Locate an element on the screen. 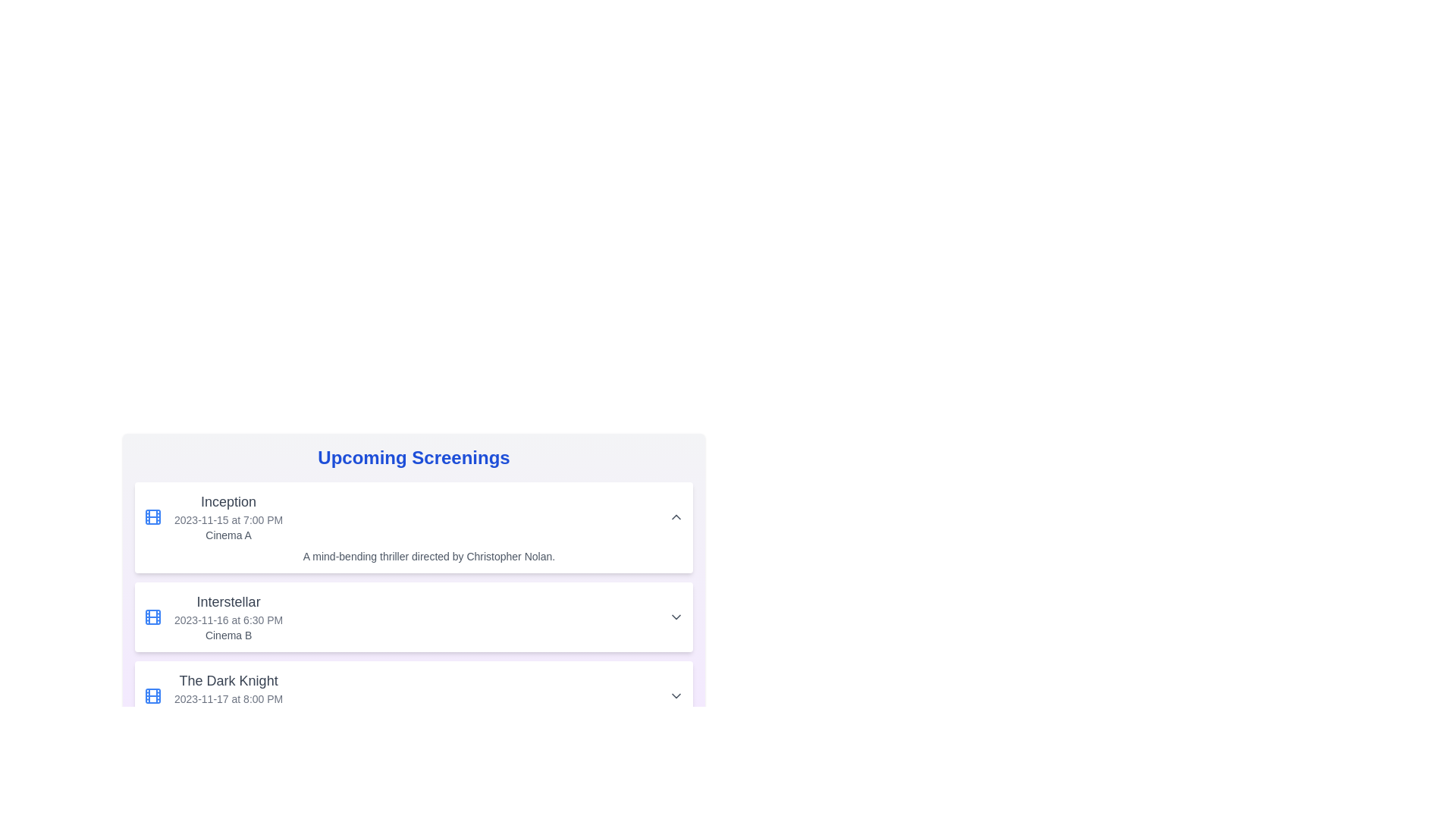 The height and width of the screenshot is (819, 1456). an item within the list of upcoming screenings for more details is located at coordinates (414, 605).